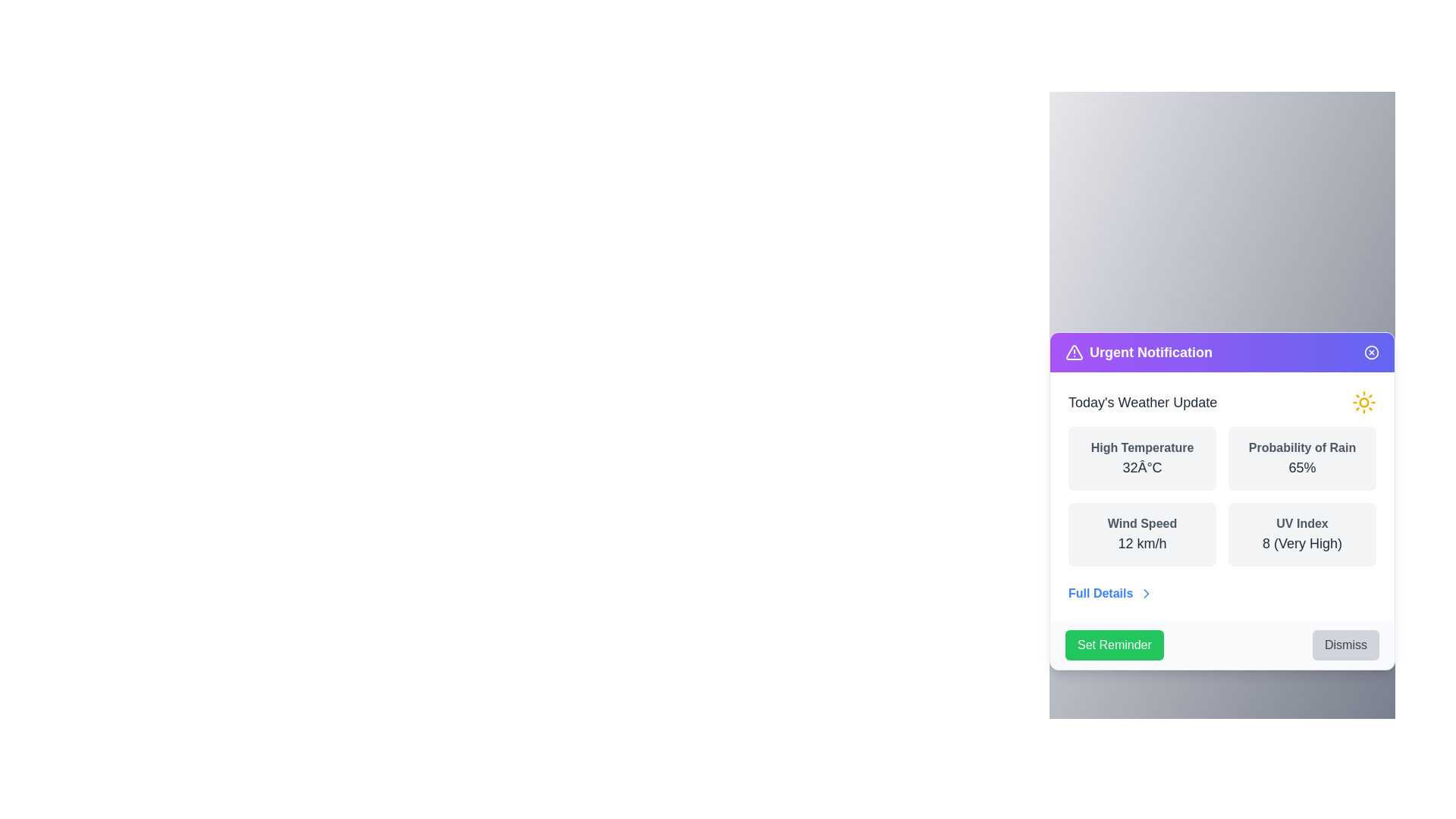 This screenshot has height=819, width=1456. What do you see at coordinates (1222, 497) in the screenshot?
I see `the Informational Display Box titled 'Today's Weather Update' that displays weather parameters and includes a 'Full Details' link` at bounding box center [1222, 497].